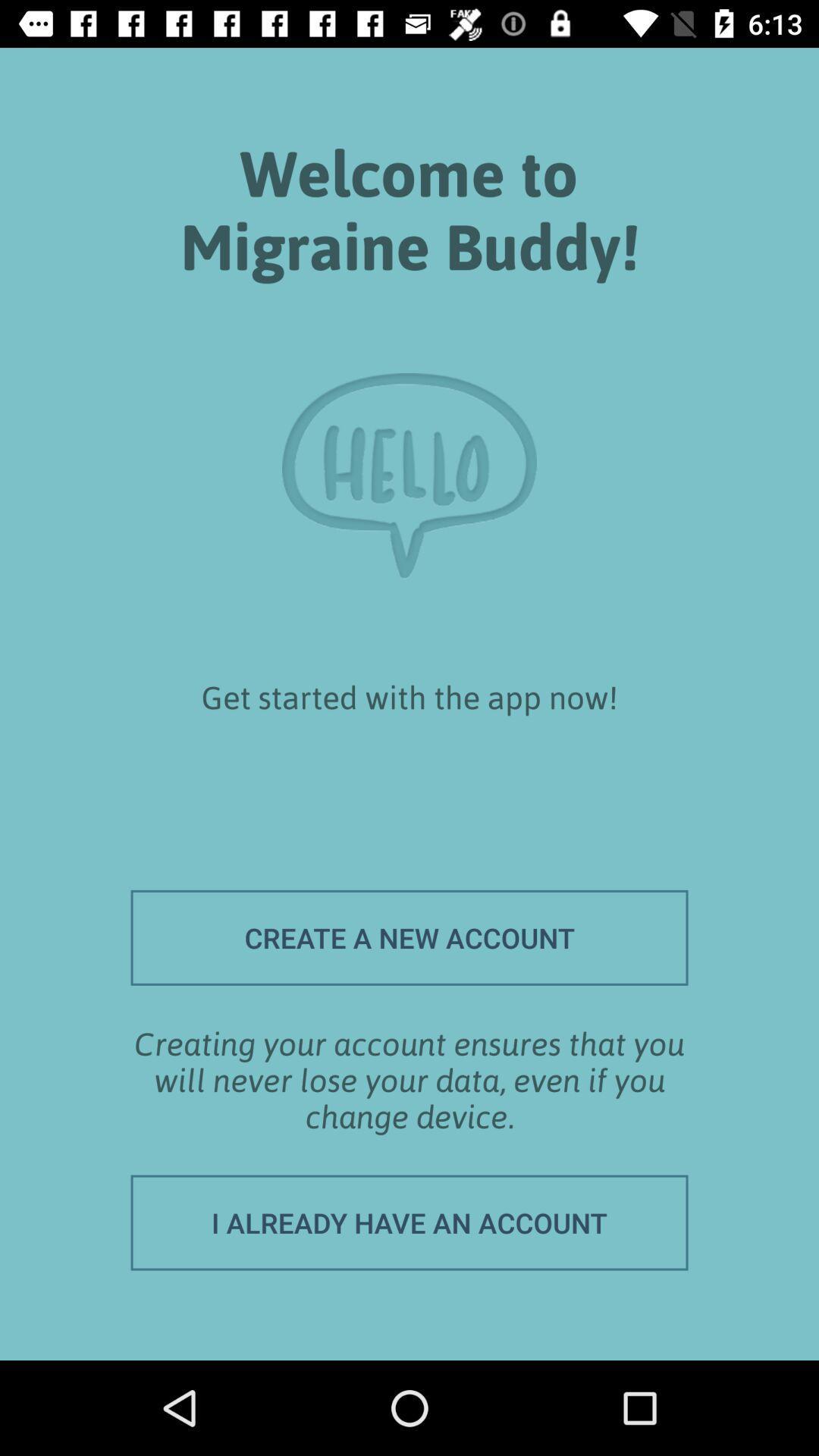  I want to click on the i already have, so click(409, 1222).